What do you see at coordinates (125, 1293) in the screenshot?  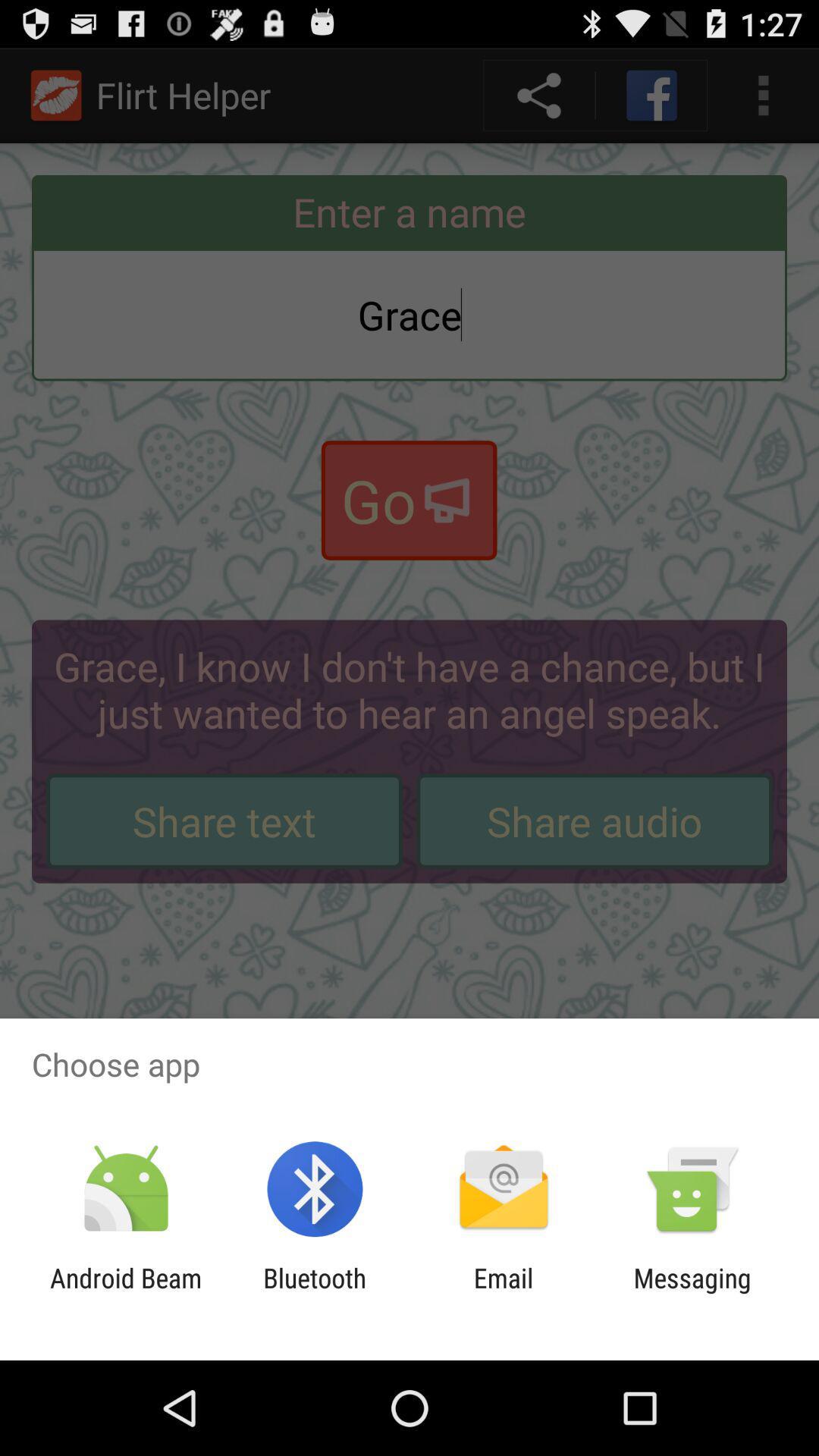 I see `the item next to the bluetooth app` at bounding box center [125, 1293].